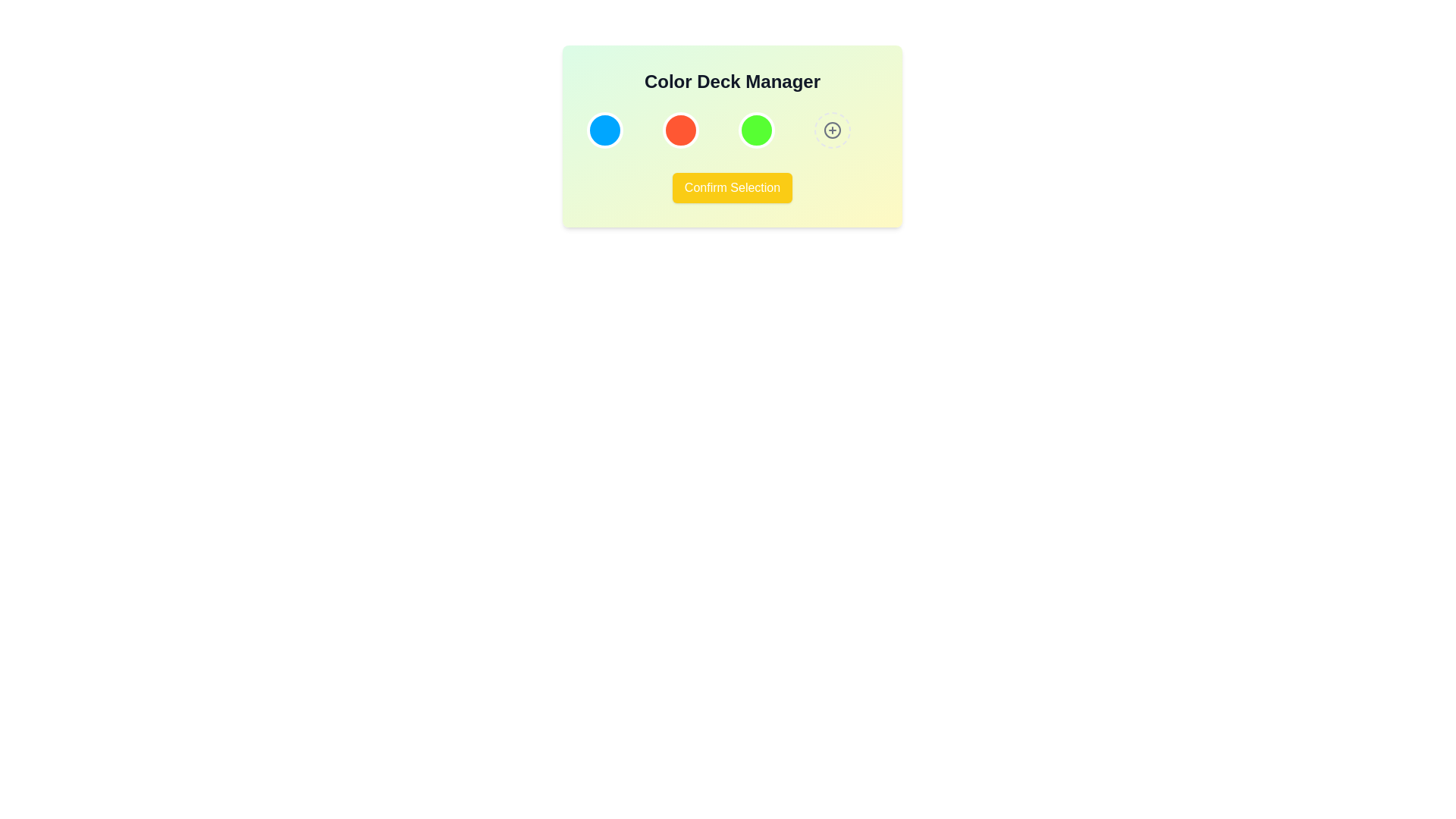  I want to click on the Text label or heading located at the top of its containing box, which provides context to the user about its purpose, so click(732, 82).